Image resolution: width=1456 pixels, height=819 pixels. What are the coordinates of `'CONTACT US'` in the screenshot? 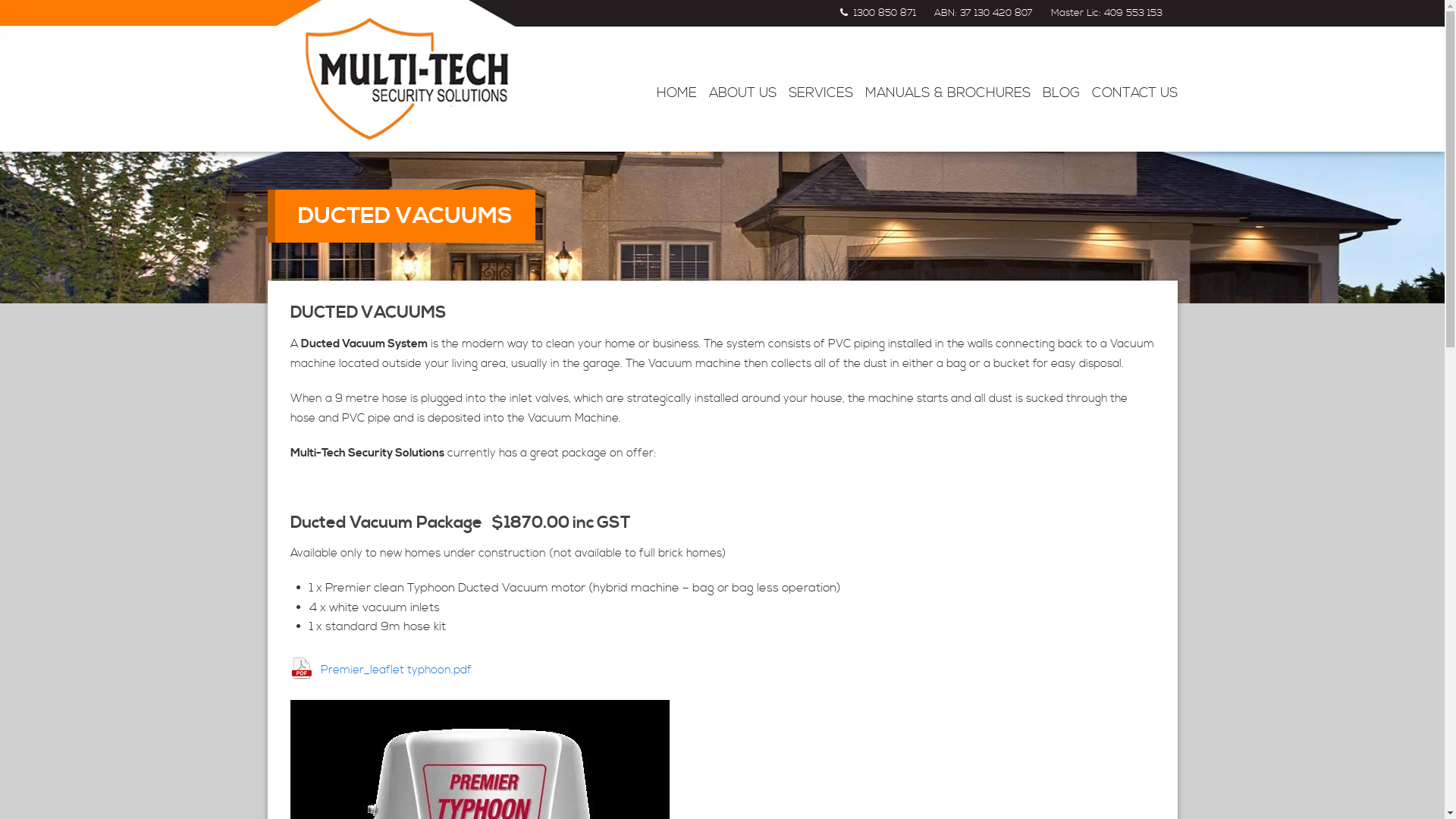 It's located at (1134, 93).